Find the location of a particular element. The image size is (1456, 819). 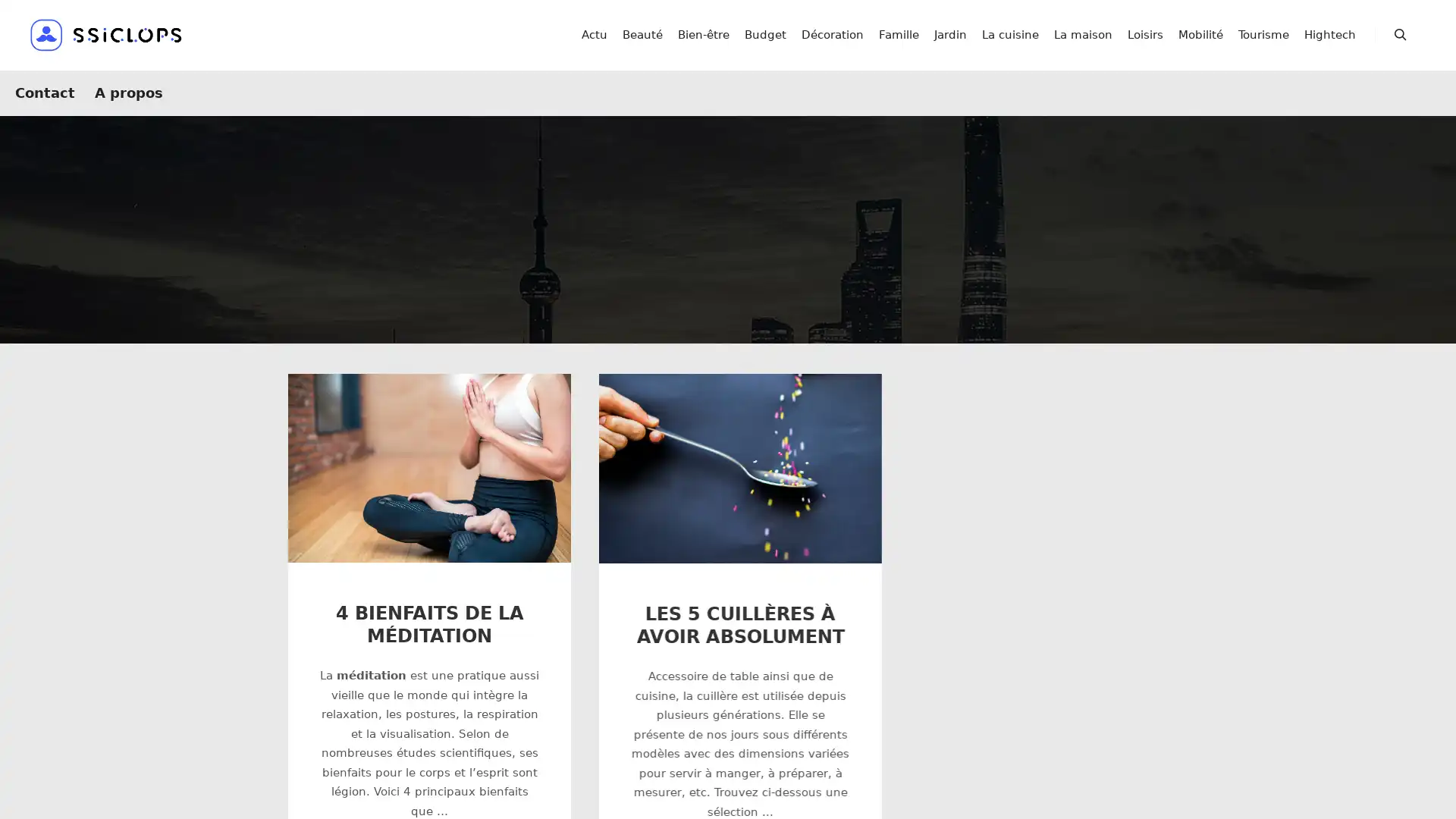

Rechercher is located at coordinates (1400, 34).